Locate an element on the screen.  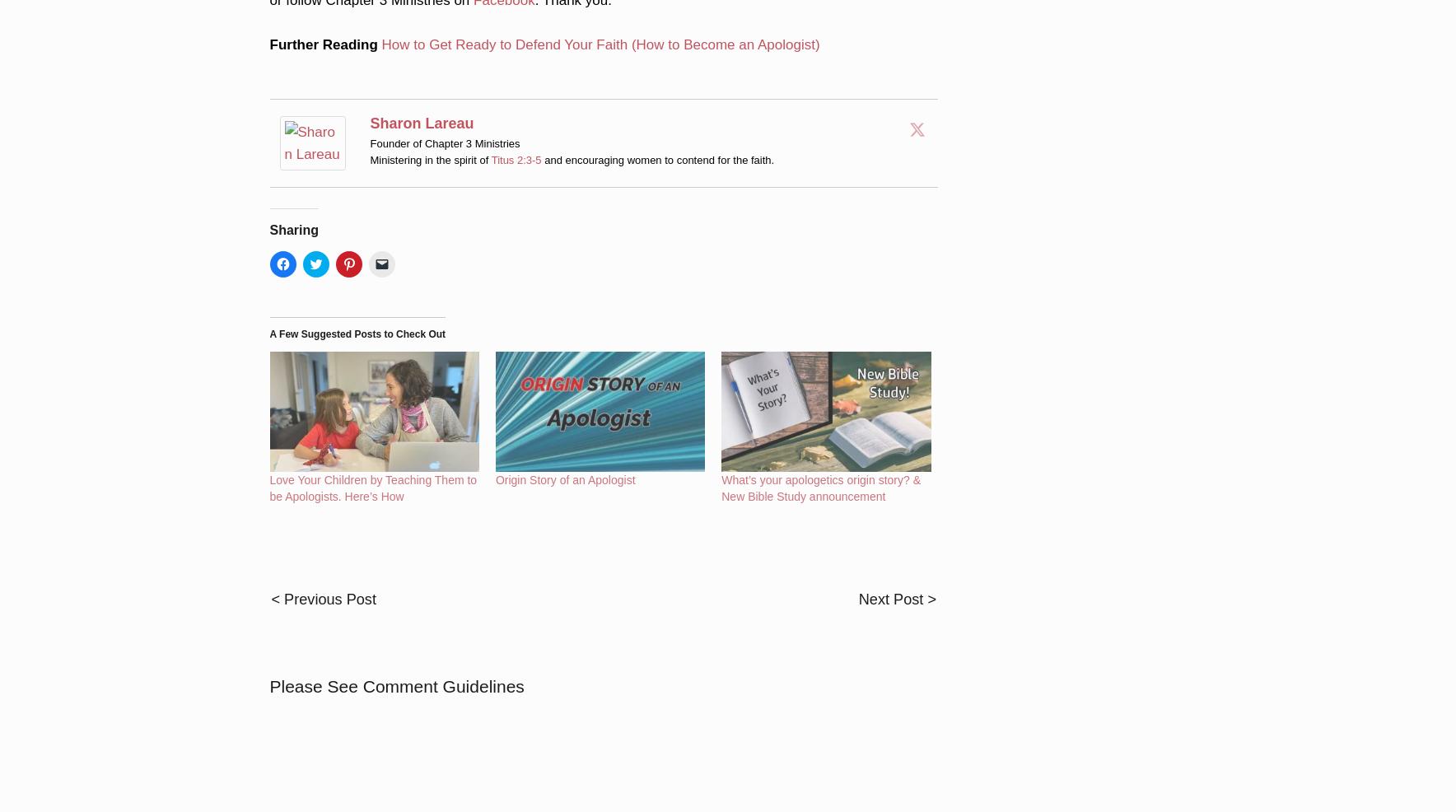
'Ministering in the spirit of' is located at coordinates (429, 136).